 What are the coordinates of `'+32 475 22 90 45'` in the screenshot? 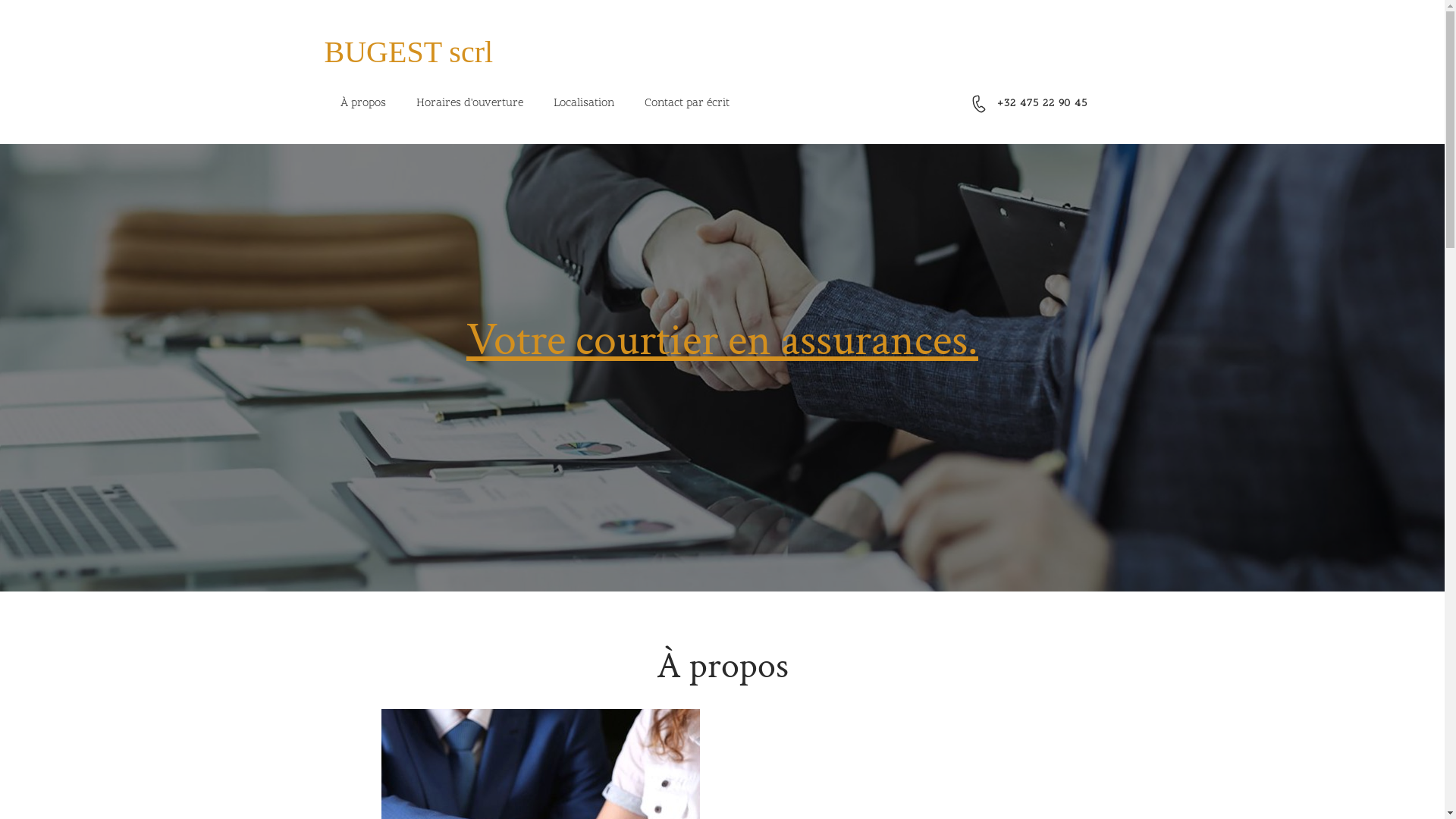 It's located at (1040, 102).